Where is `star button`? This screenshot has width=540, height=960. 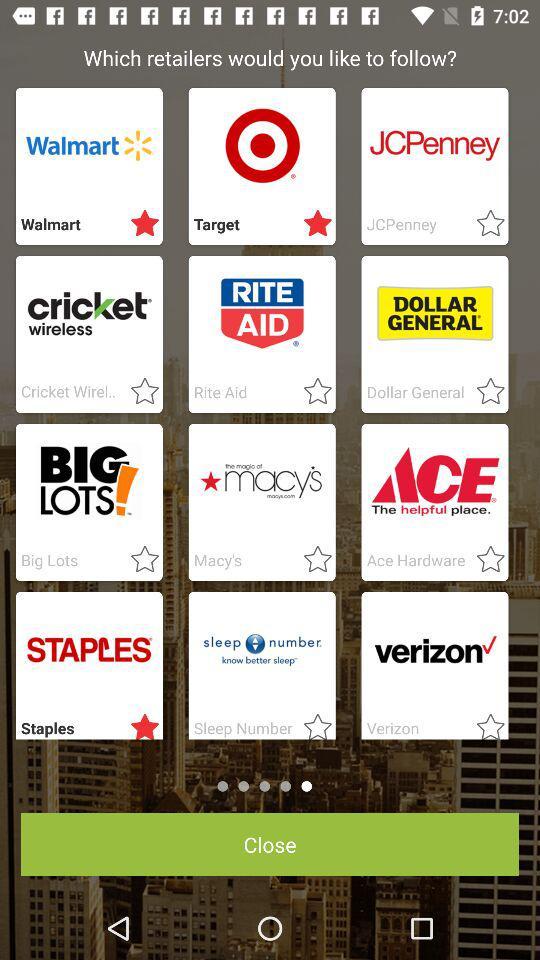
star button is located at coordinates (483, 722).